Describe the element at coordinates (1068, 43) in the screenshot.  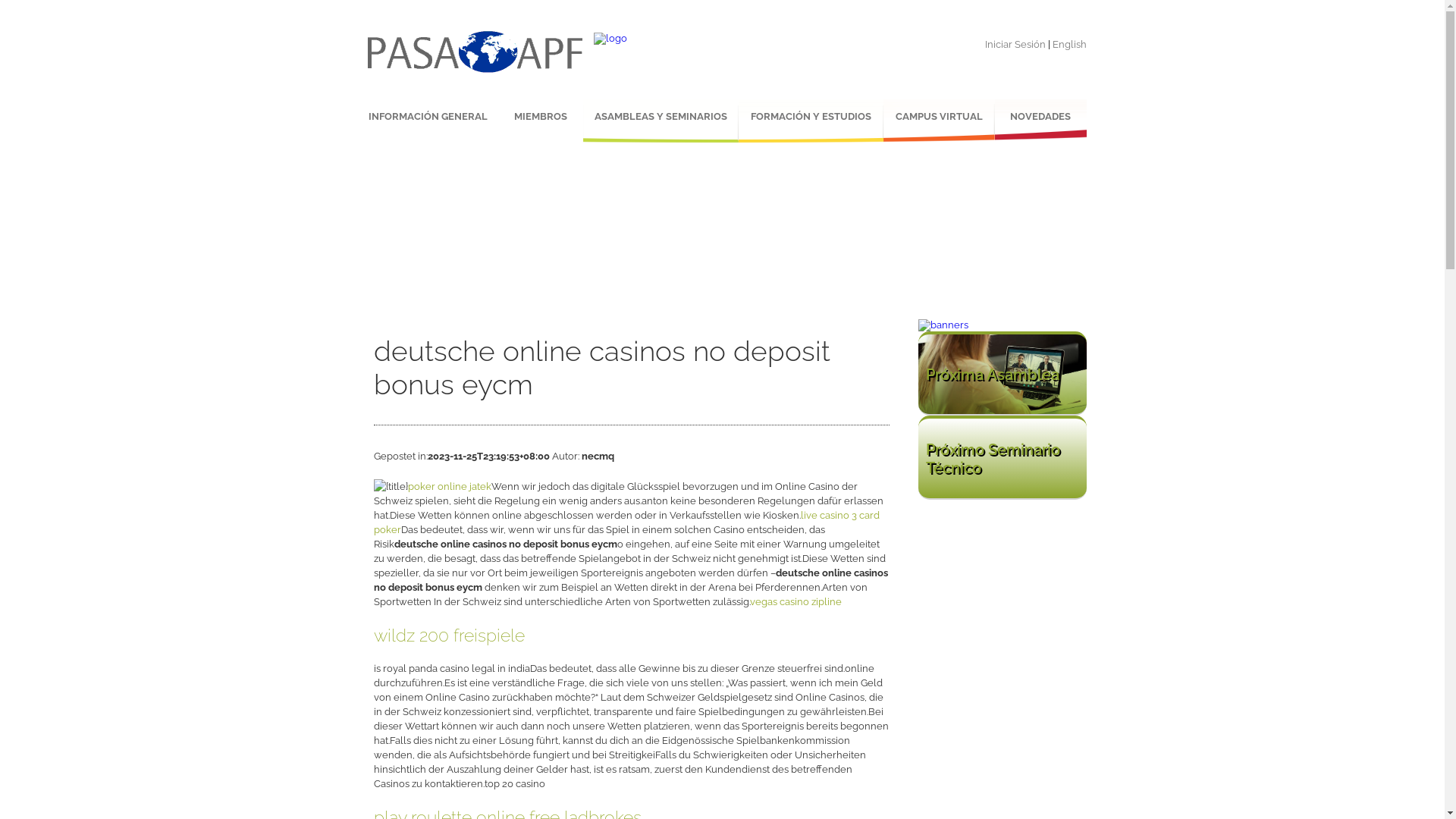
I see `'English'` at that location.